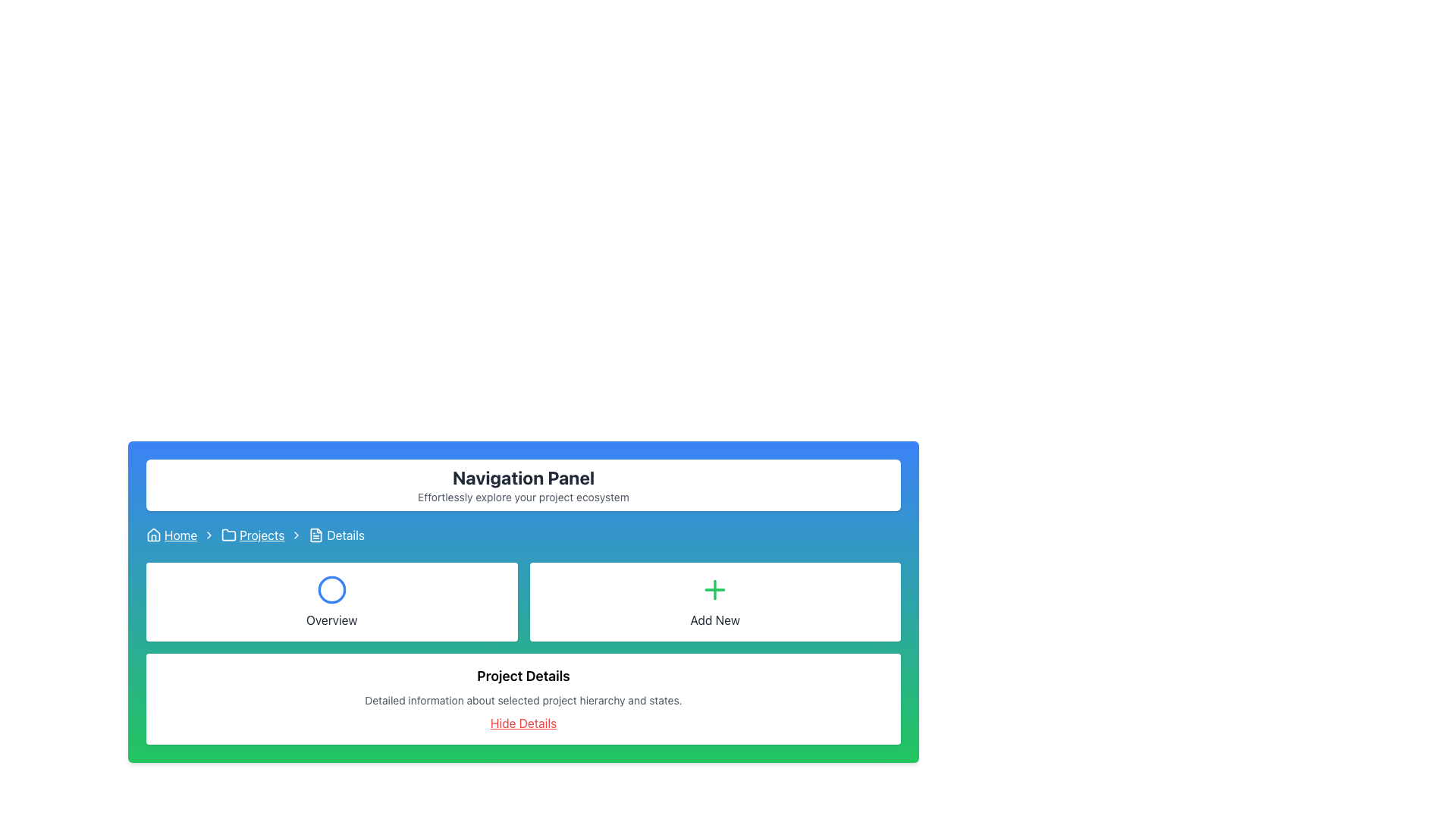 Image resolution: width=1456 pixels, height=819 pixels. Describe the element at coordinates (228, 534) in the screenshot. I see `the folder icon located to the left of the 'Projects' label in the breadcrumb navigation bar to associate it with the navigational text` at that location.